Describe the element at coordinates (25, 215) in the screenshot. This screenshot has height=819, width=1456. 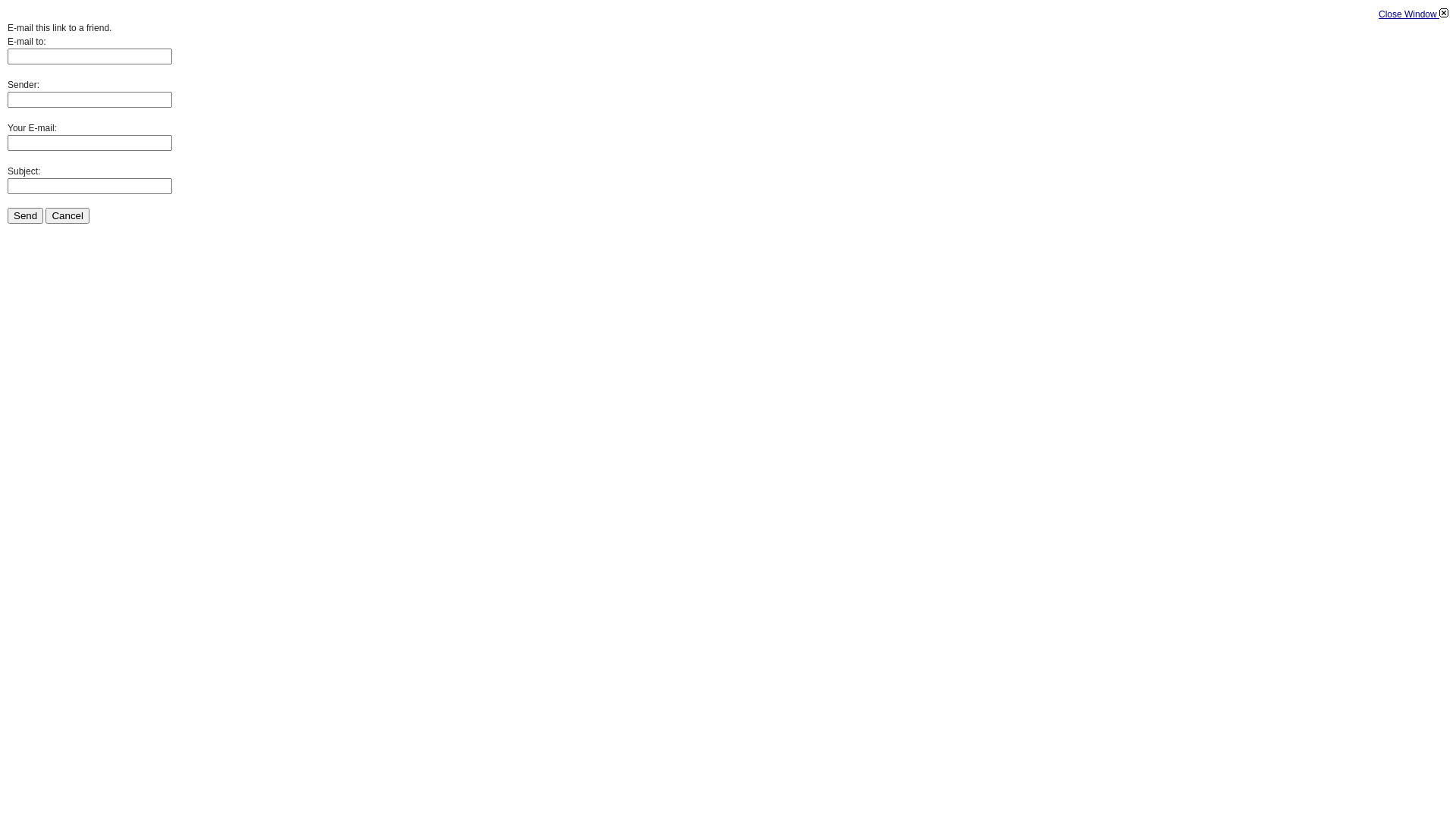
I see `'Send'` at that location.